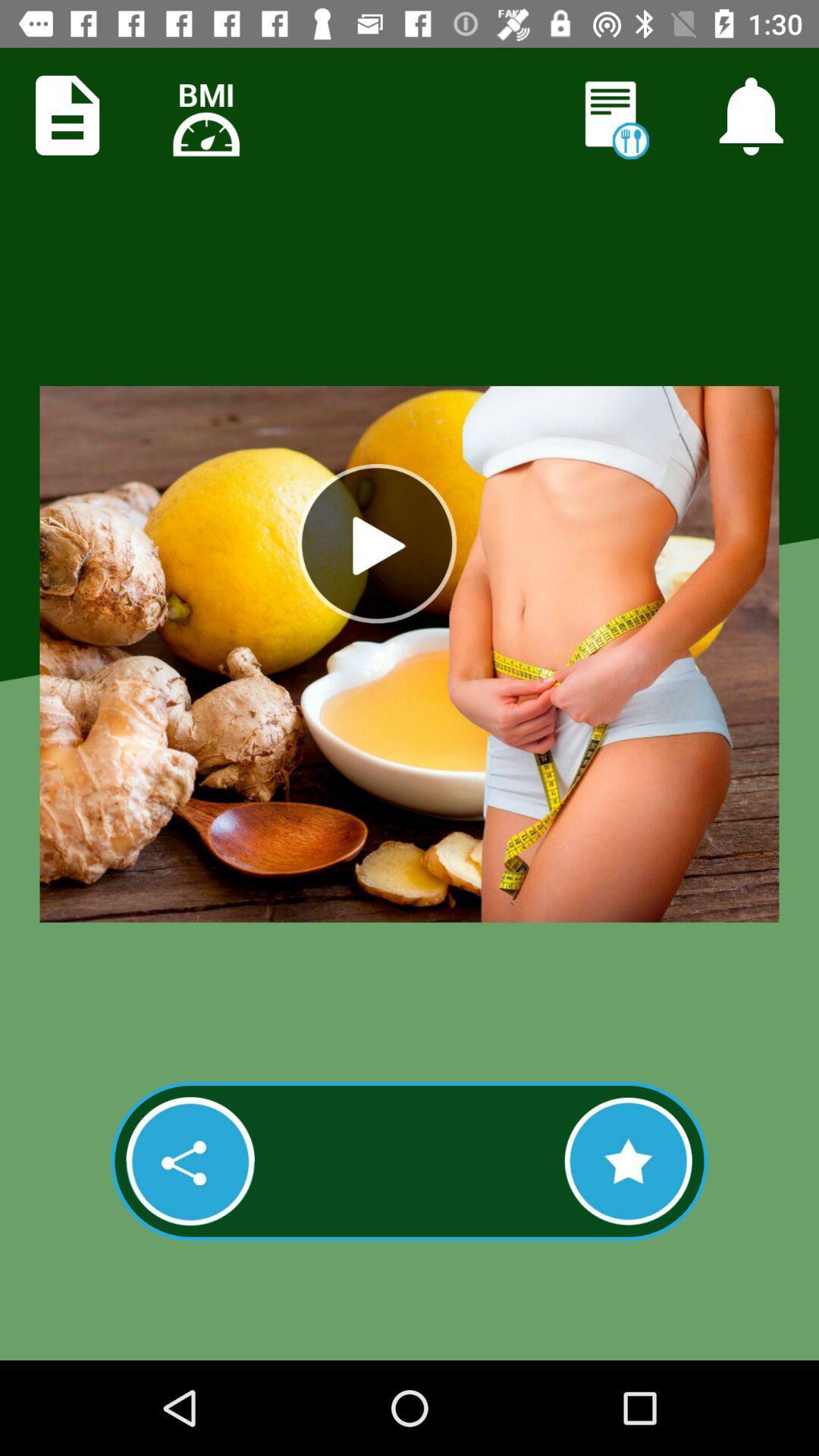 This screenshot has height=1456, width=819. I want to click on share the video, so click(190, 1160).